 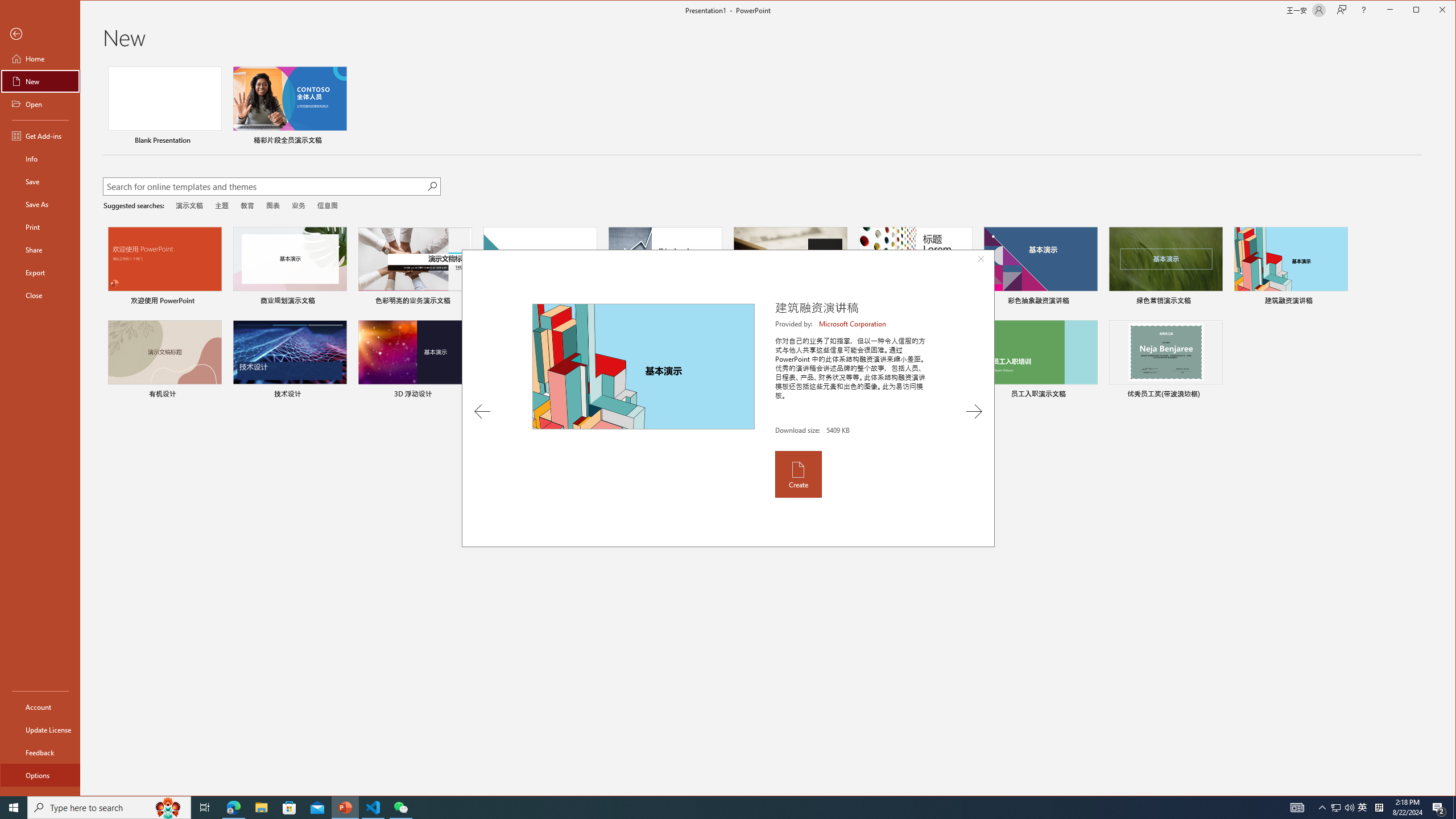 I want to click on 'Search for online templates and themes', so click(x=264, y=187).